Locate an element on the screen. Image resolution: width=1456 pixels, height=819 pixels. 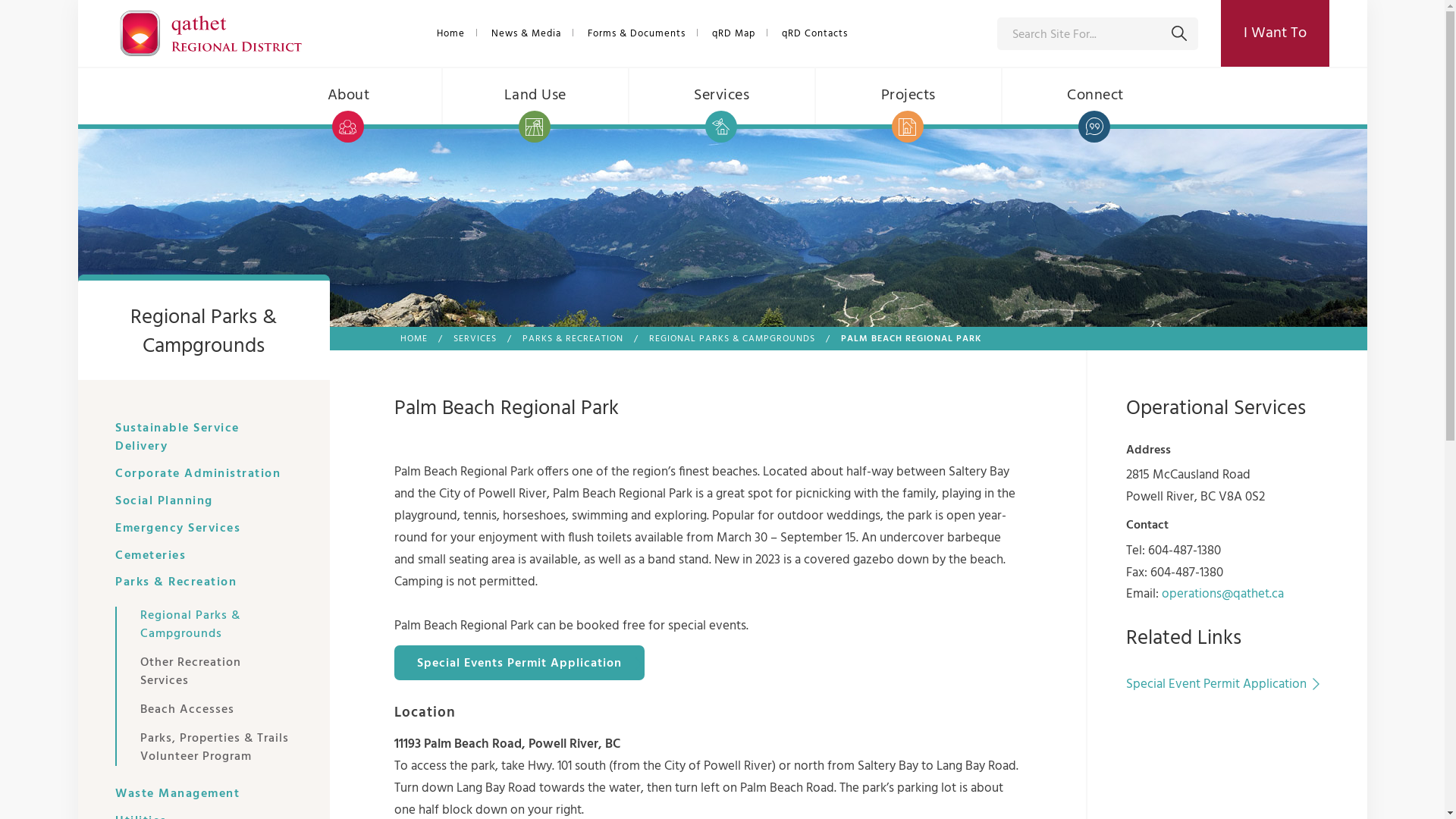
'Special Events Permit Application' is located at coordinates (519, 662).